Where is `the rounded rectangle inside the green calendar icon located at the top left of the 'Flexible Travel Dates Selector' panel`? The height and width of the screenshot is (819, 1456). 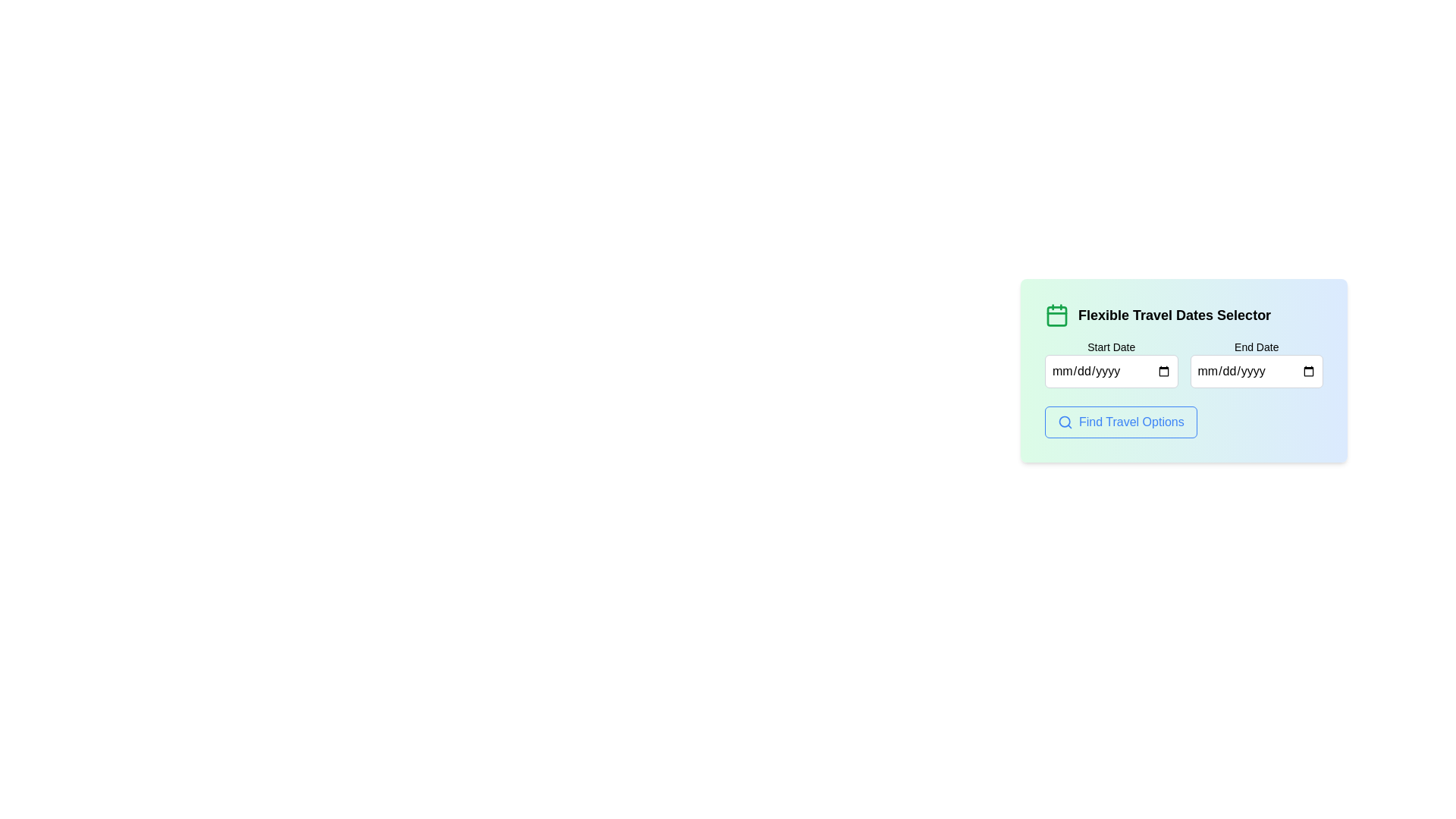 the rounded rectangle inside the green calendar icon located at the top left of the 'Flexible Travel Dates Selector' panel is located at coordinates (1056, 315).